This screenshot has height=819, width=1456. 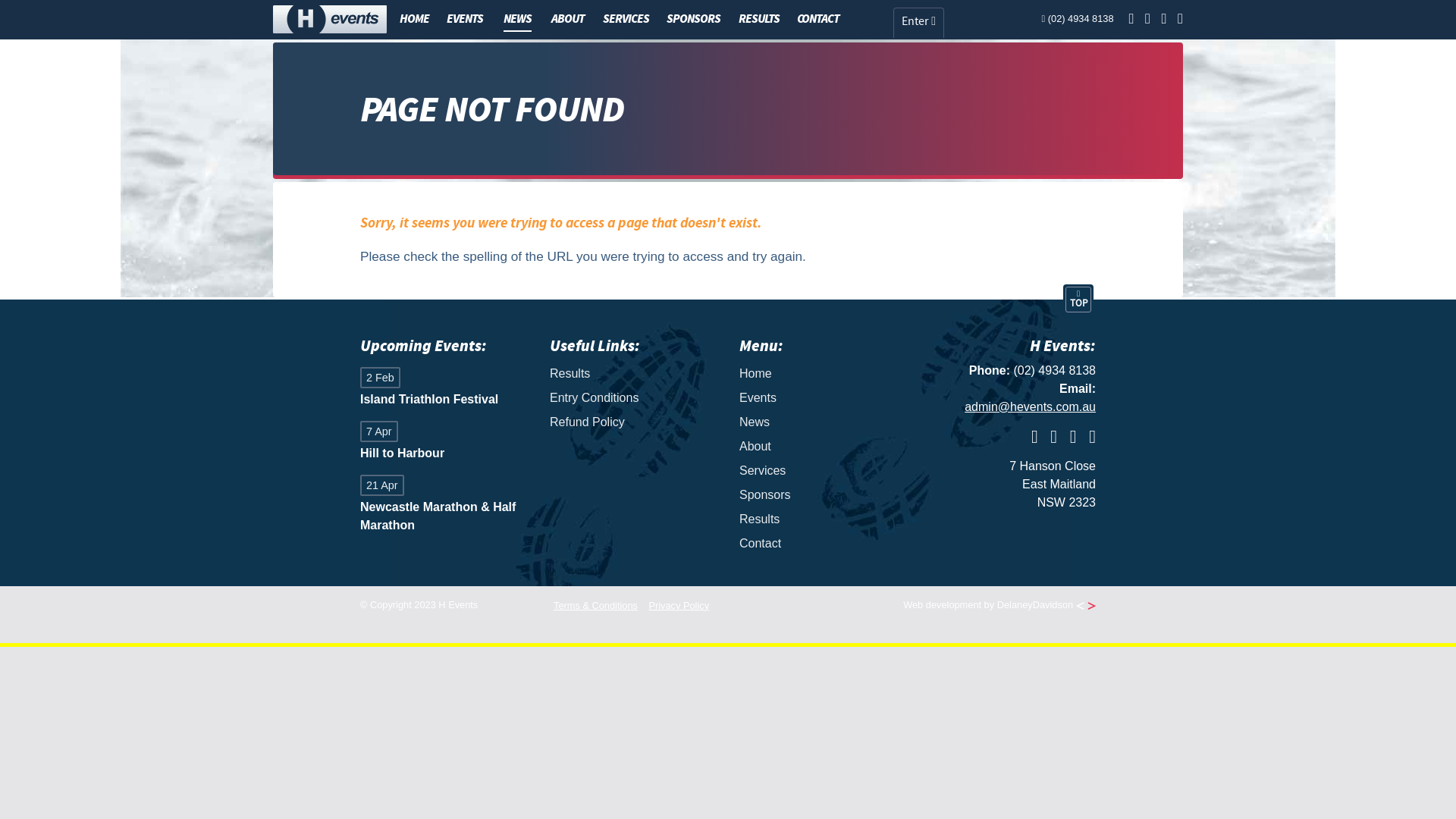 What do you see at coordinates (1077, 299) in the screenshot?
I see `'TOP'` at bounding box center [1077, 299].